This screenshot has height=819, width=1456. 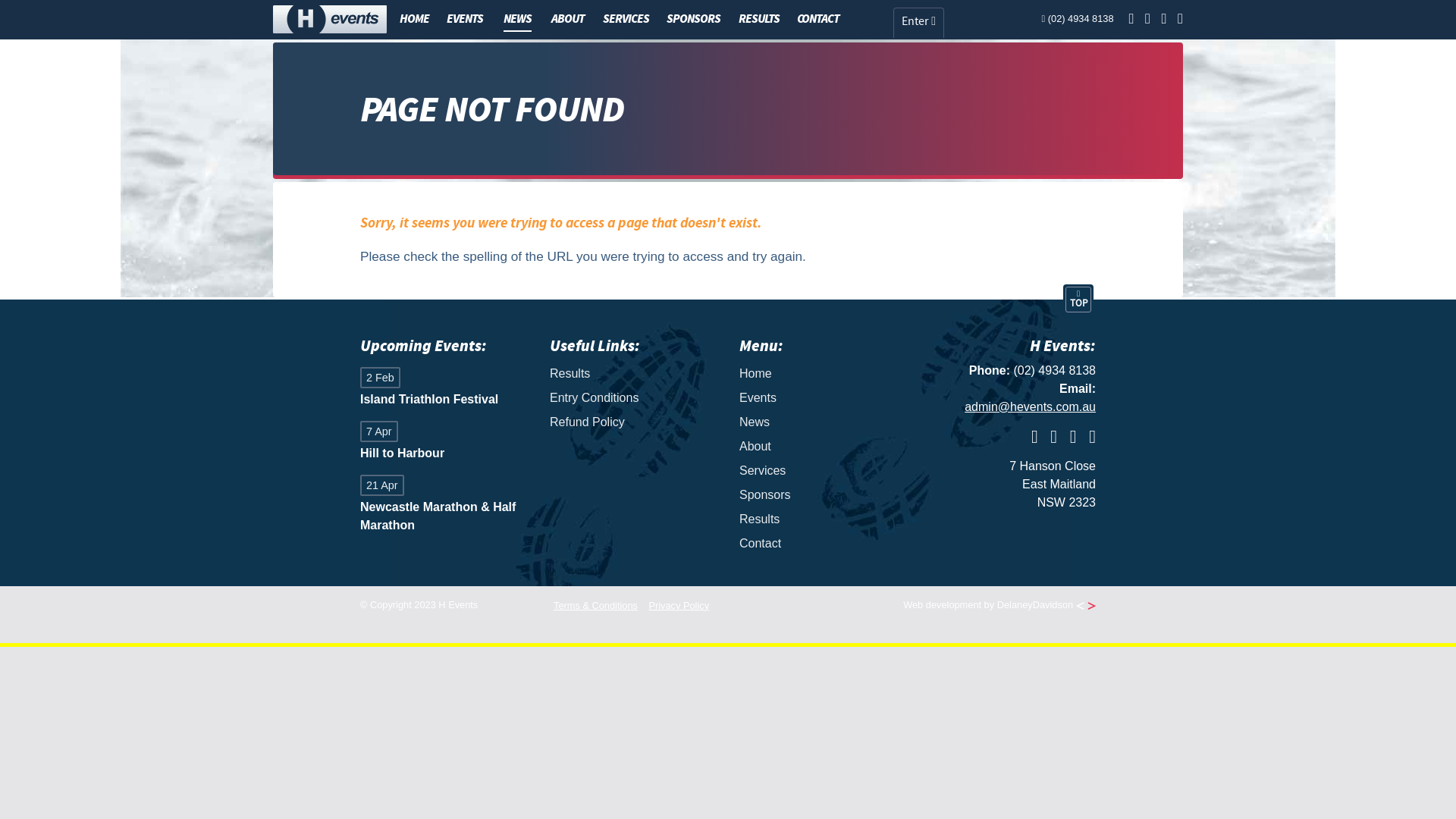 What do you see at coordinates (1077, 299) in the screenshot?
I see `'TOP'` at bounding box center [1077, 299].